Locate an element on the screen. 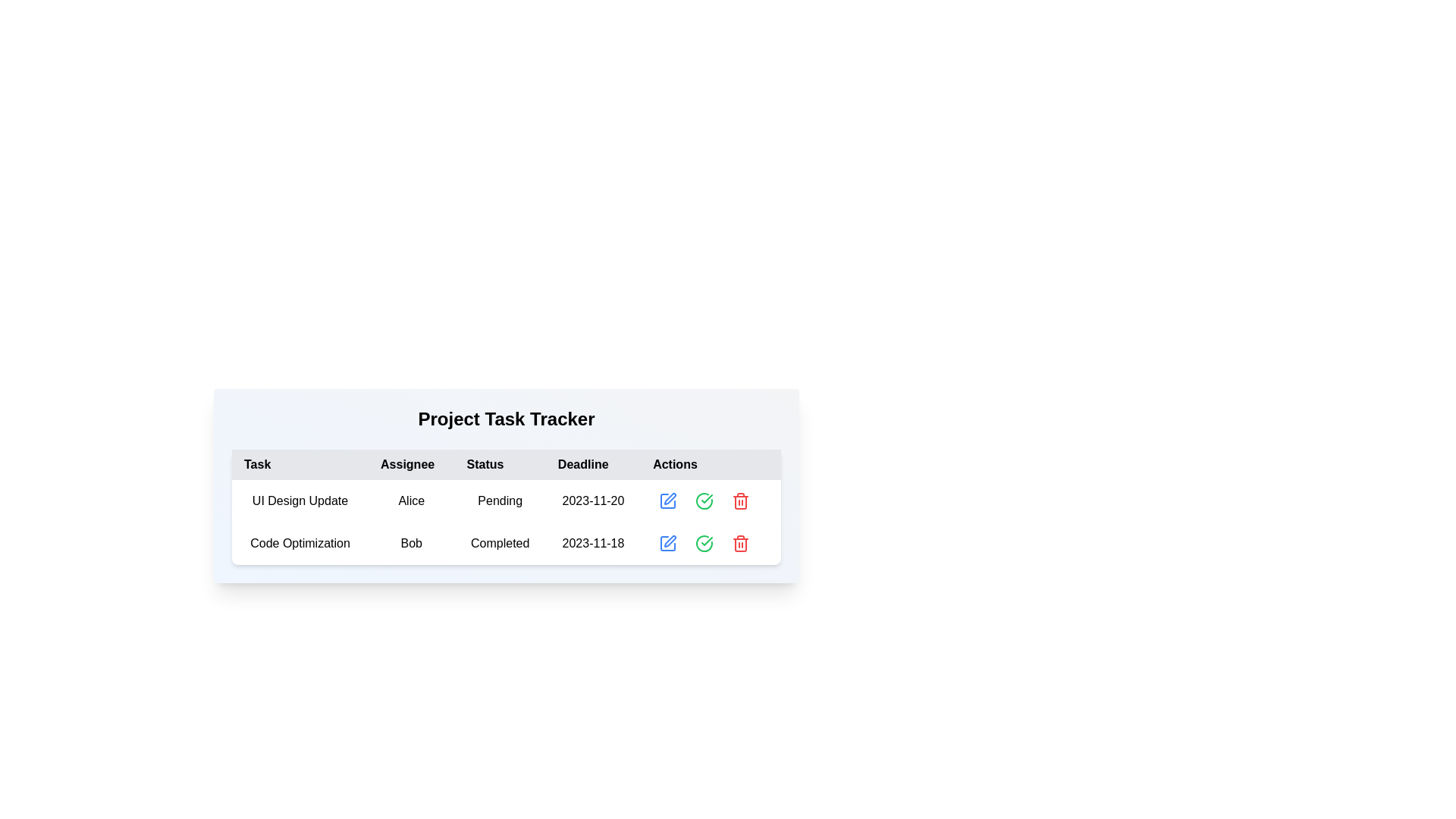 The image size is (1456, 819). the 'Code Optimization' text label located in the 'Task' column of the 'Project Task Tracker' table, which is the first element in the second row adjacent to 'Assignee' column text 'Bob' is located at coordinates (300, 543).